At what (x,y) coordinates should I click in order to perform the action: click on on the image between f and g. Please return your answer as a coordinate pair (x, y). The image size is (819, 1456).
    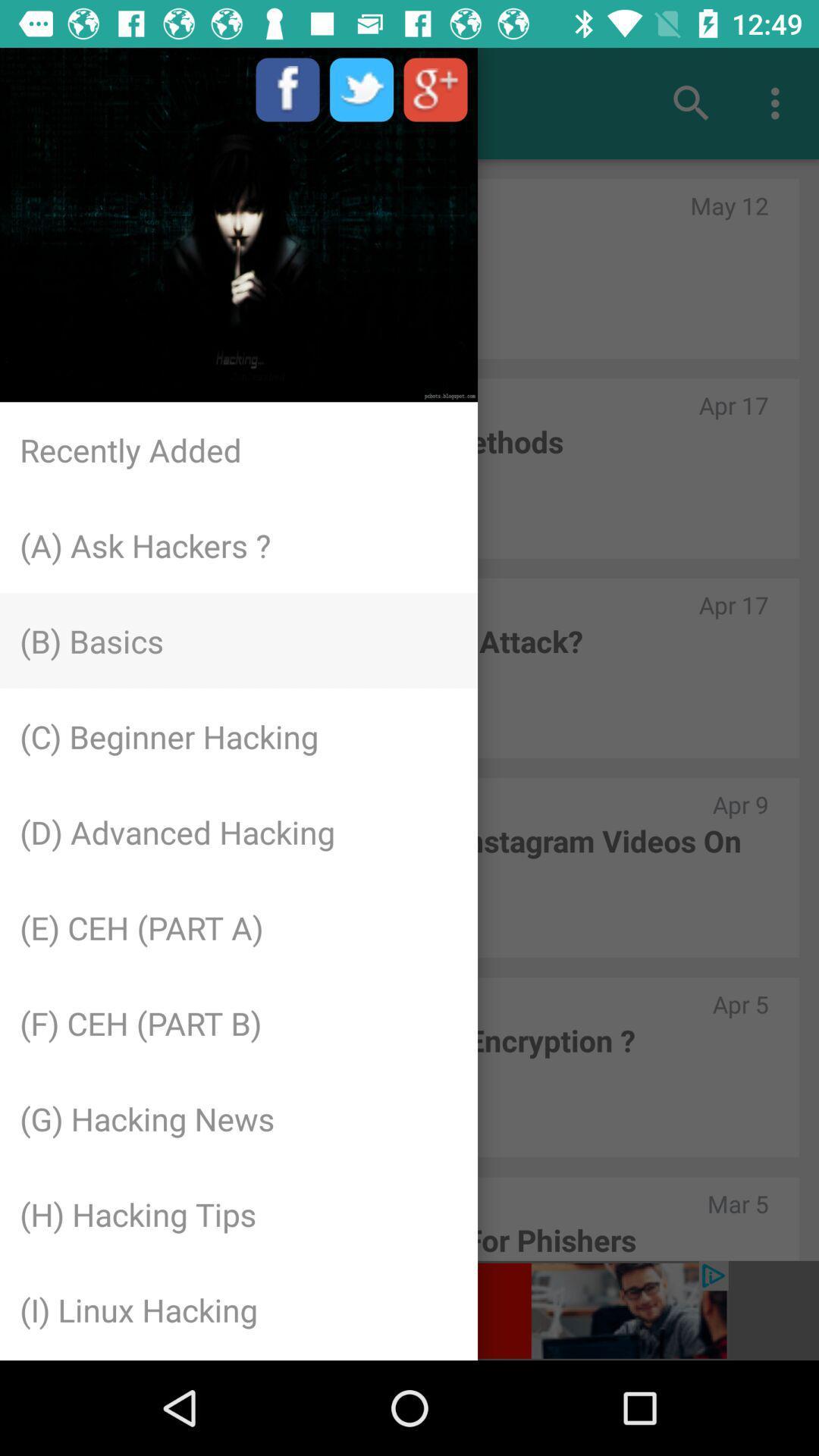
    Looking at the image, I should click on (362, 89).